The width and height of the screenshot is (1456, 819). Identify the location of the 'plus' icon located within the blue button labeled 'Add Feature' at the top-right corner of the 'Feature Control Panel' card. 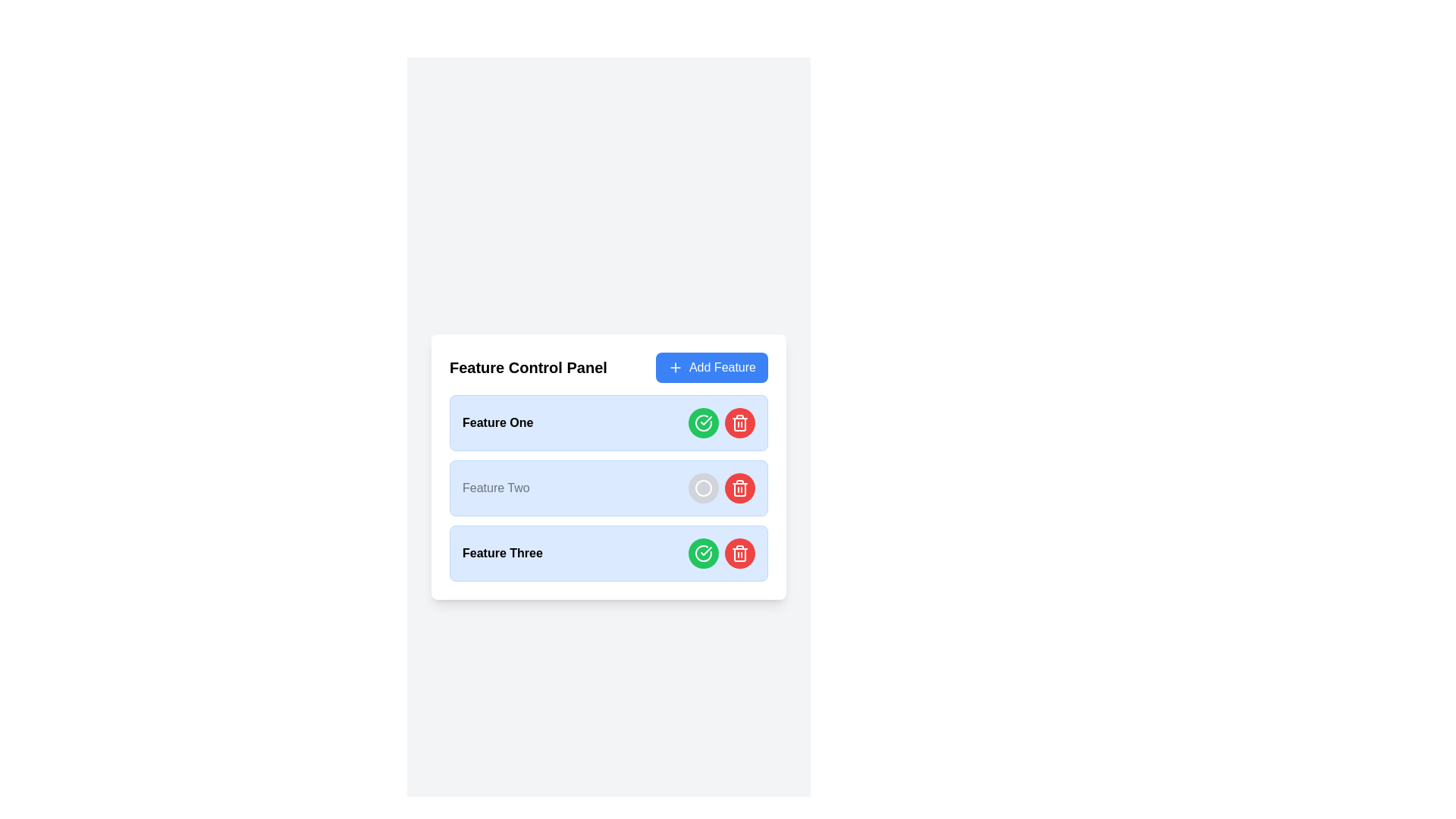
(674, 368).